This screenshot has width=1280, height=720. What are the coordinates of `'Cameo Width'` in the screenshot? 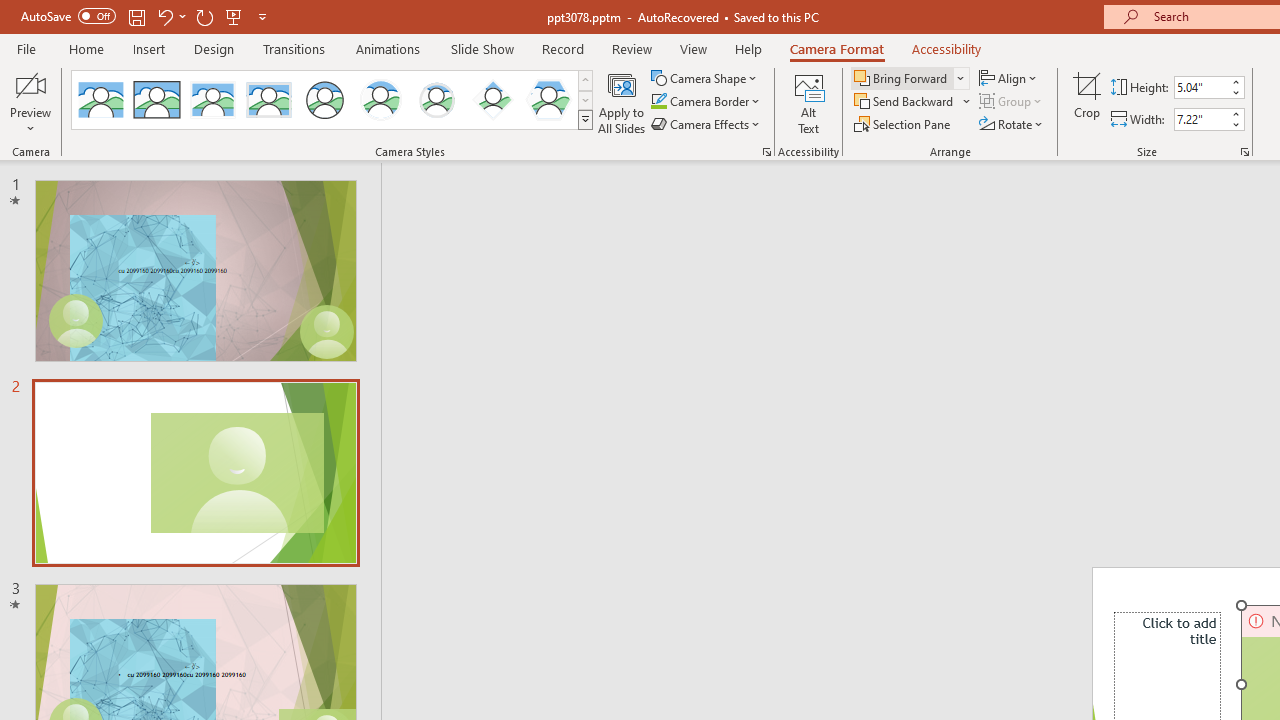 It's located at (1200, 119).